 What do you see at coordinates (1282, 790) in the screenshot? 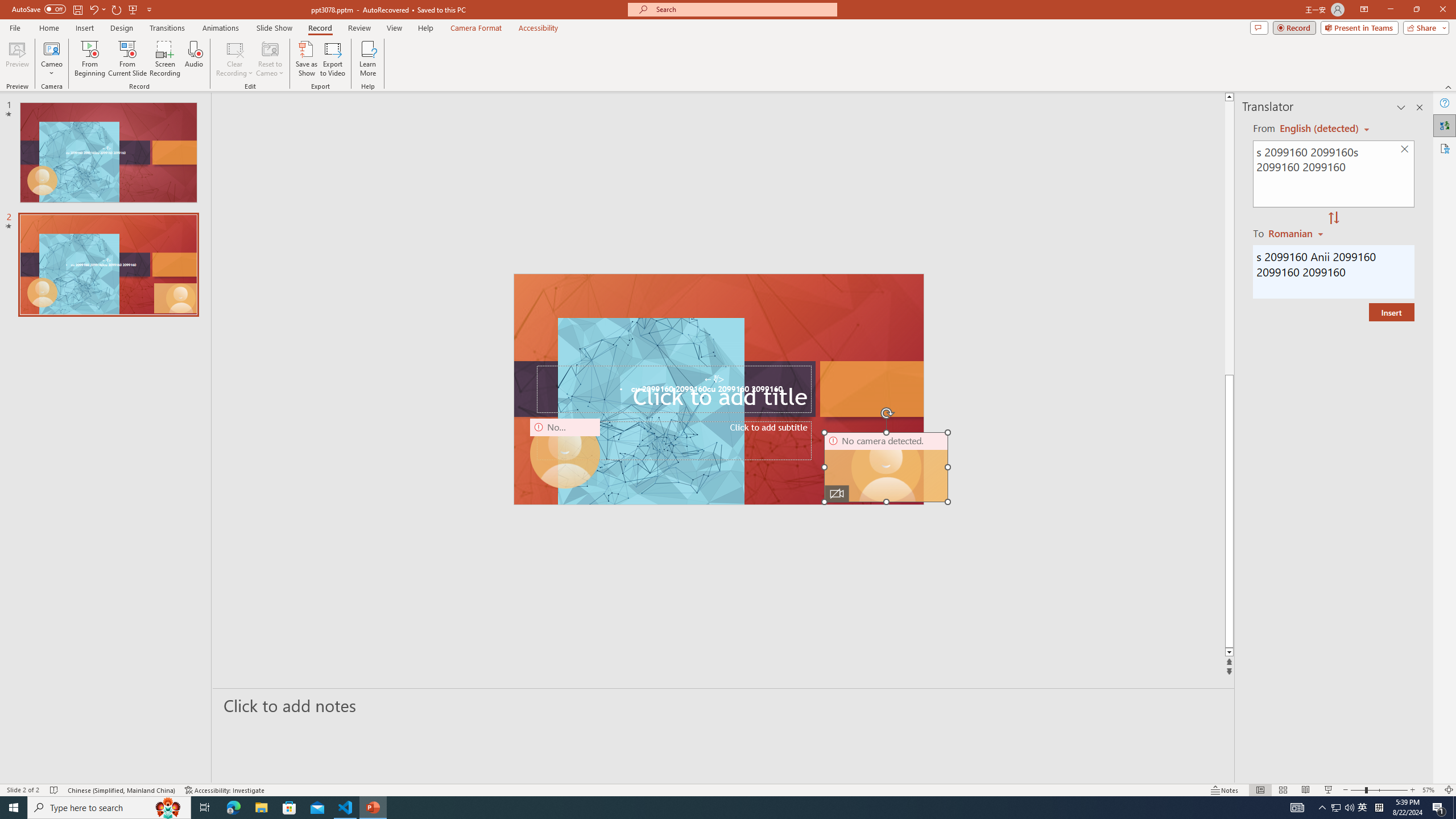
I see `'Slide Sorter'` at bounding box center [1282, 790].